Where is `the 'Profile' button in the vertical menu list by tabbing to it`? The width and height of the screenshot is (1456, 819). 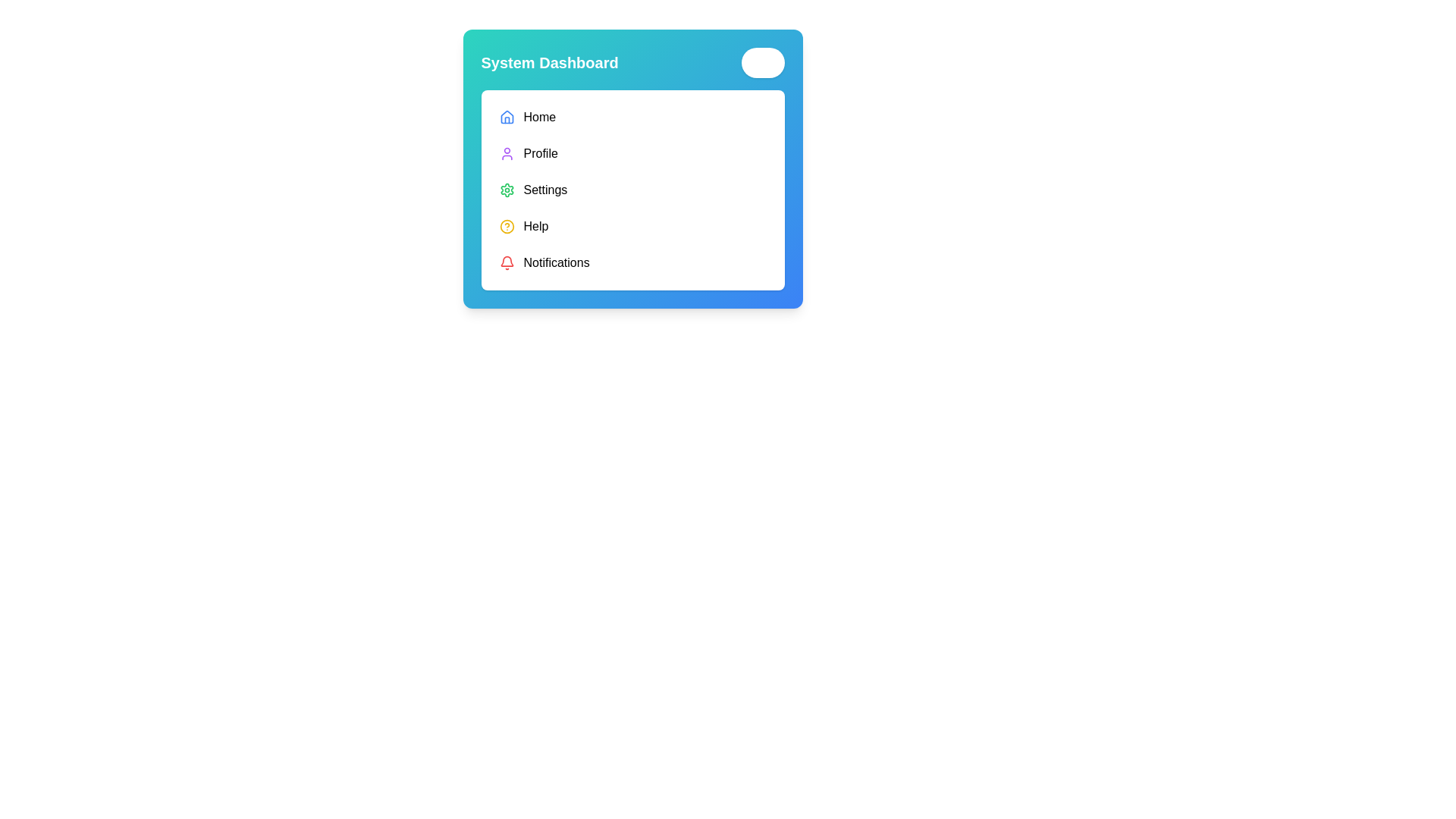 the 'Profile' button in the vertical menu list by tabbing to it is located at coordinates (632, 154).